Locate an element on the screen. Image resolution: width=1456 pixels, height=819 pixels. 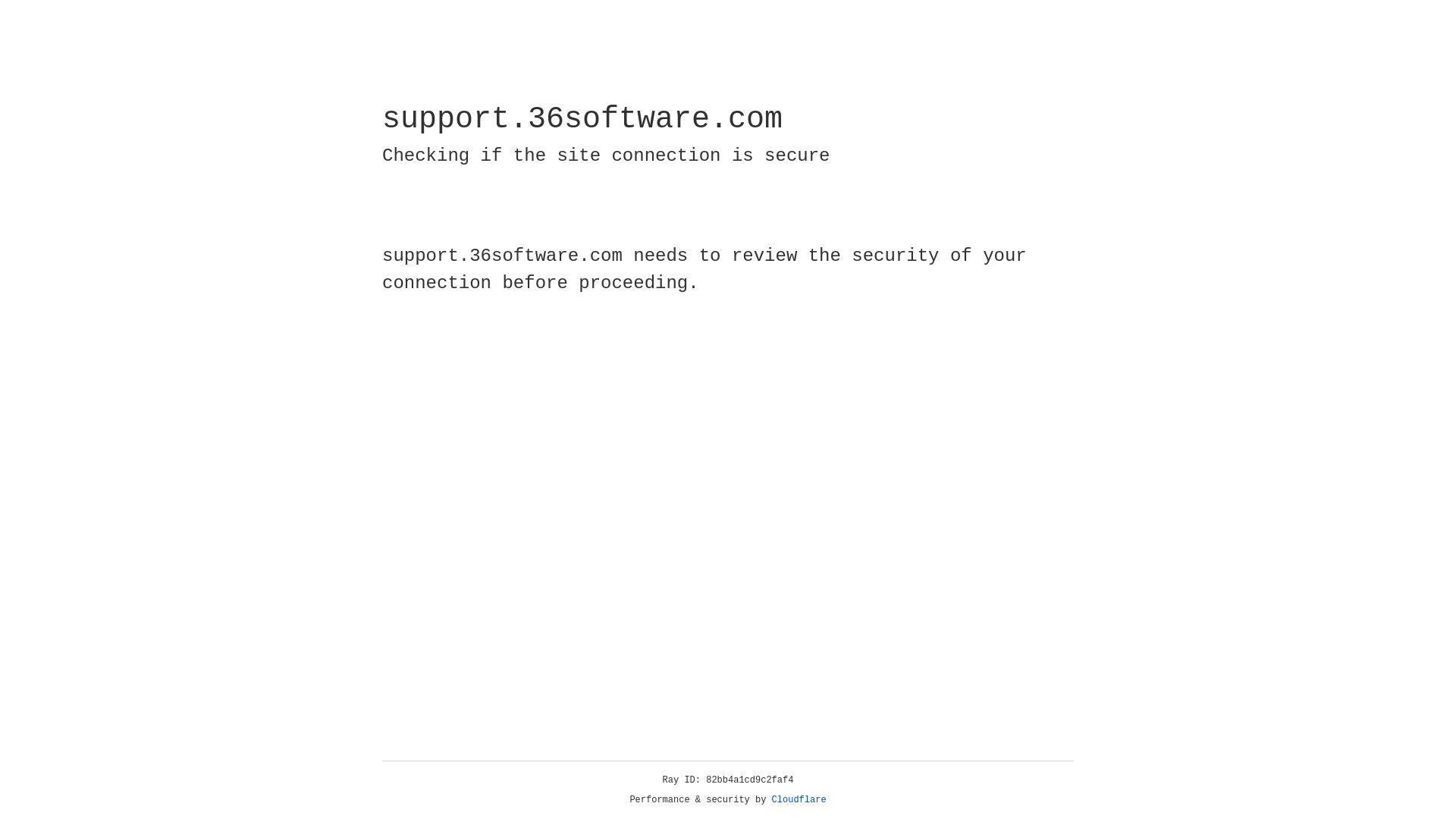
'Cloudflare' is located at coordinates (771, 799).